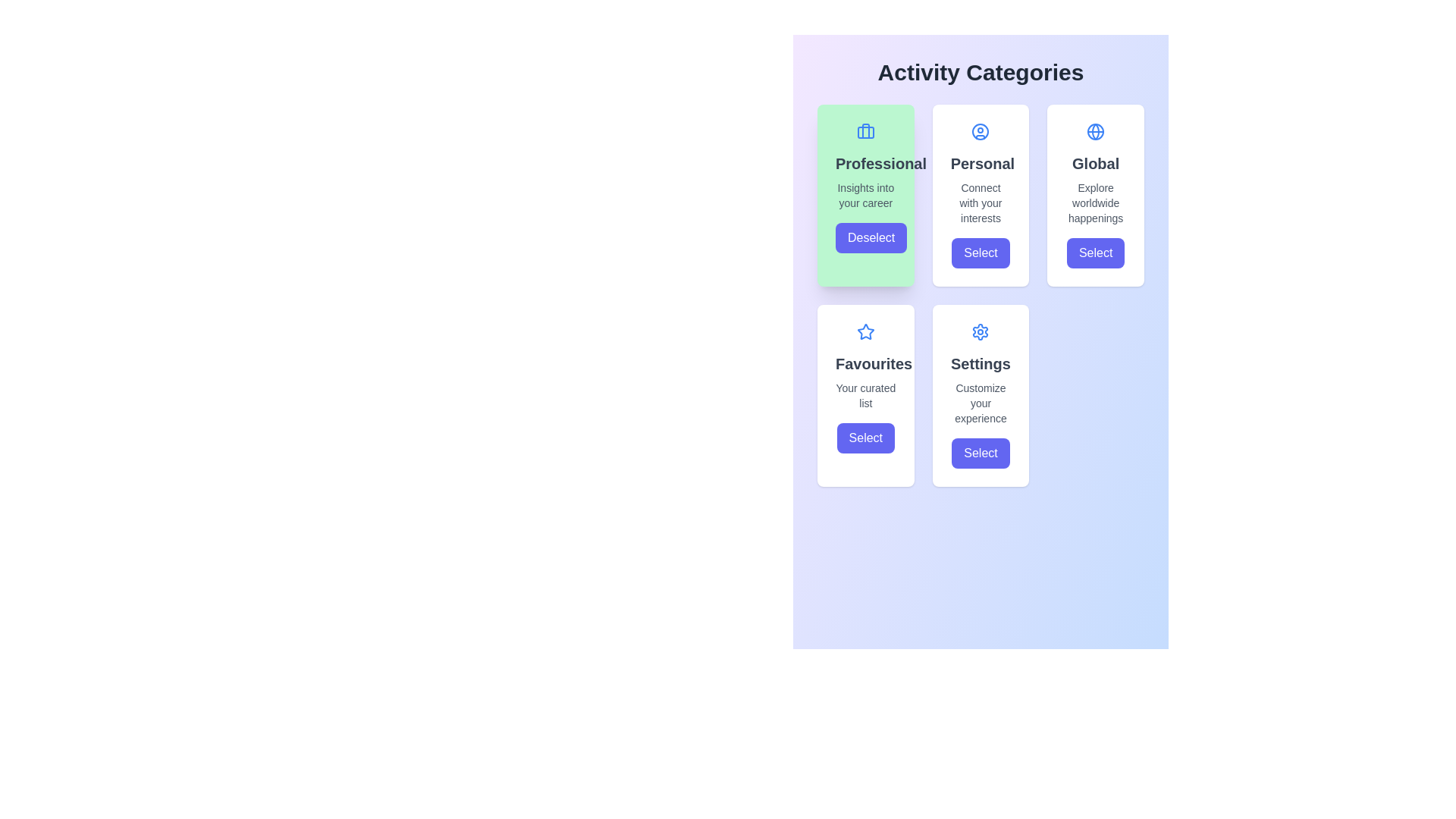 This screenshot has width=1456, height=819. What do you see at coordinates (865, 363) in the screenshot?
I see `the text label 'Favourites' which is styled in a bold font and centered alignment, located in the second card of the second row in the grid layout` at bounding box center [865, 363].